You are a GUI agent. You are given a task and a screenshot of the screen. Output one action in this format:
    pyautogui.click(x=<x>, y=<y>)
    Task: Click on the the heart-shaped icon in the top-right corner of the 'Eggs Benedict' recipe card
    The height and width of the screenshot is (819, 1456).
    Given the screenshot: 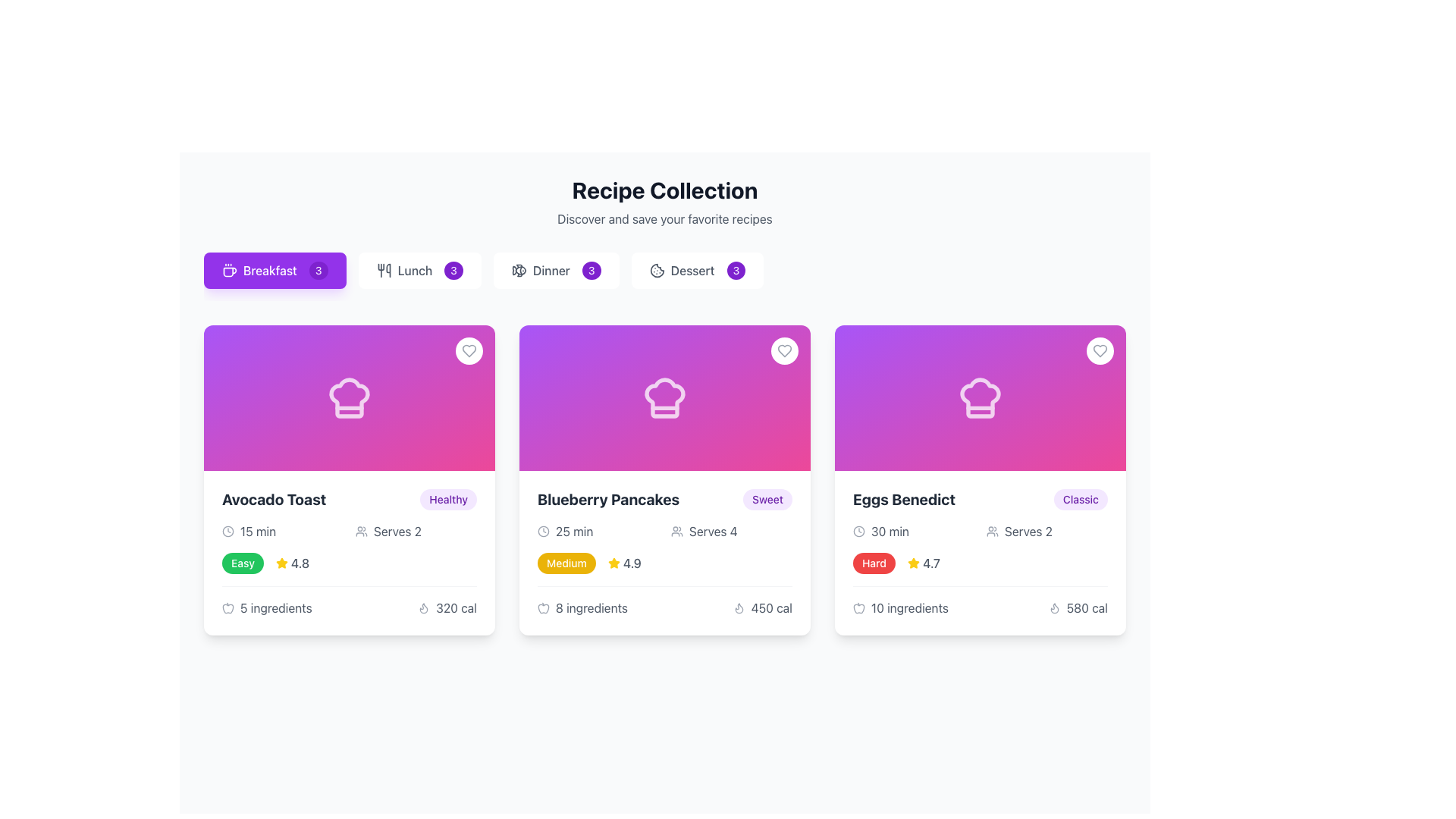 What is the action you would take?
    pyautogui.click(x=1100, y=350)
    